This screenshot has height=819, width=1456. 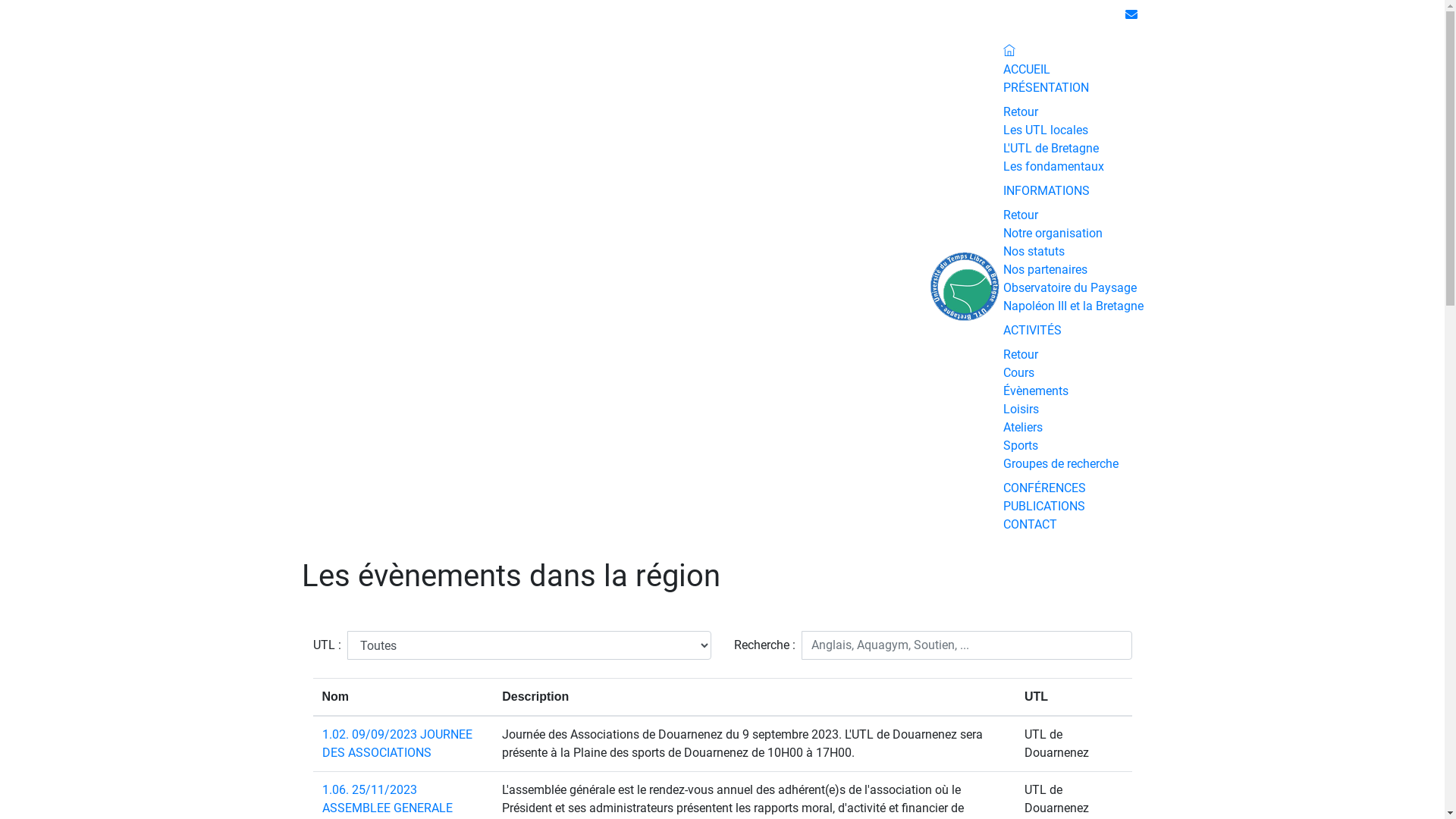 I want to click on '1.02. 09/09/2023 JOURNEE DES ASSOCIATIONS', so click(x=320, y=742).